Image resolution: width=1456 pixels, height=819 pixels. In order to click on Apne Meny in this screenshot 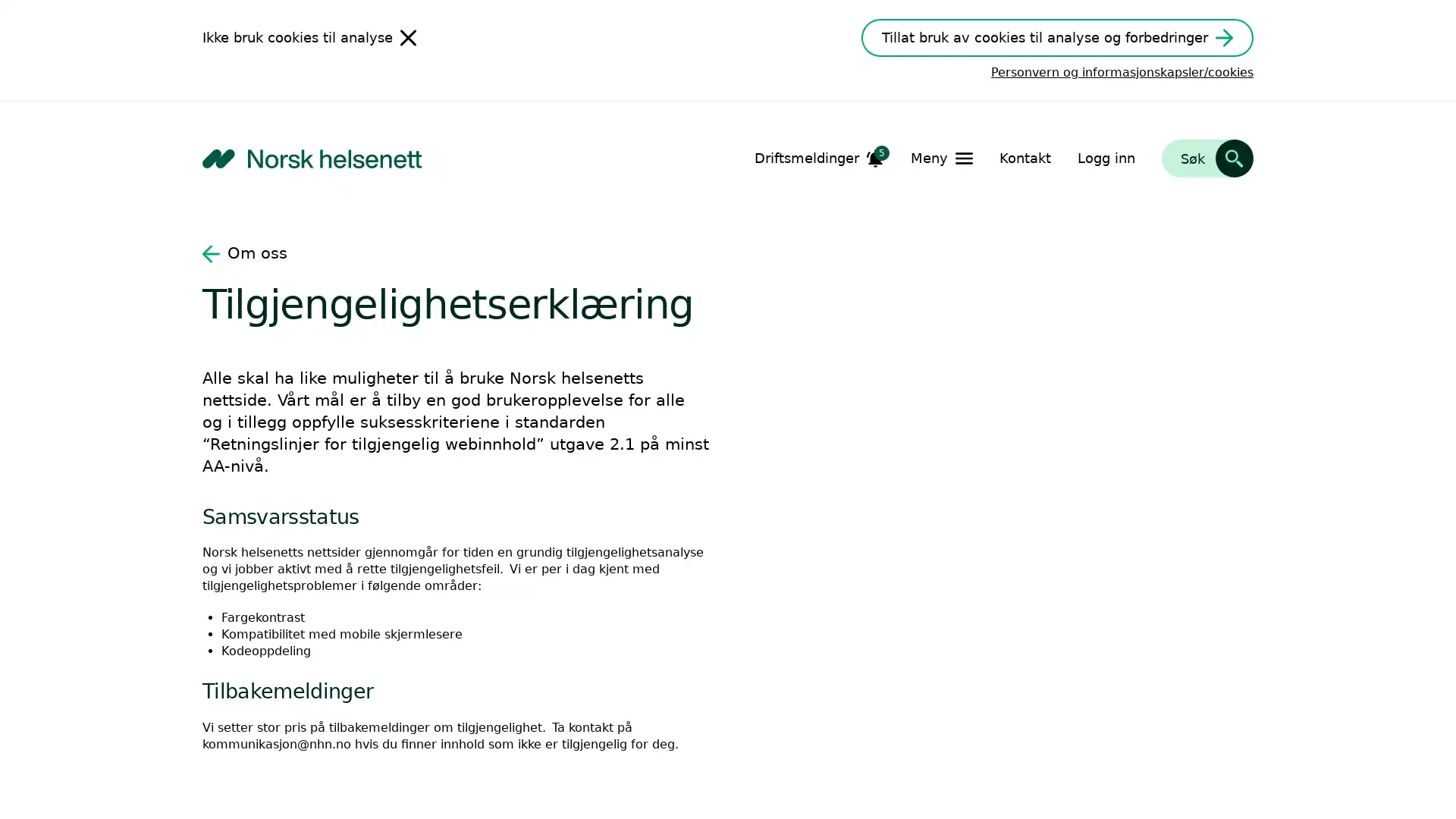, I will do `click(941, 158)`.